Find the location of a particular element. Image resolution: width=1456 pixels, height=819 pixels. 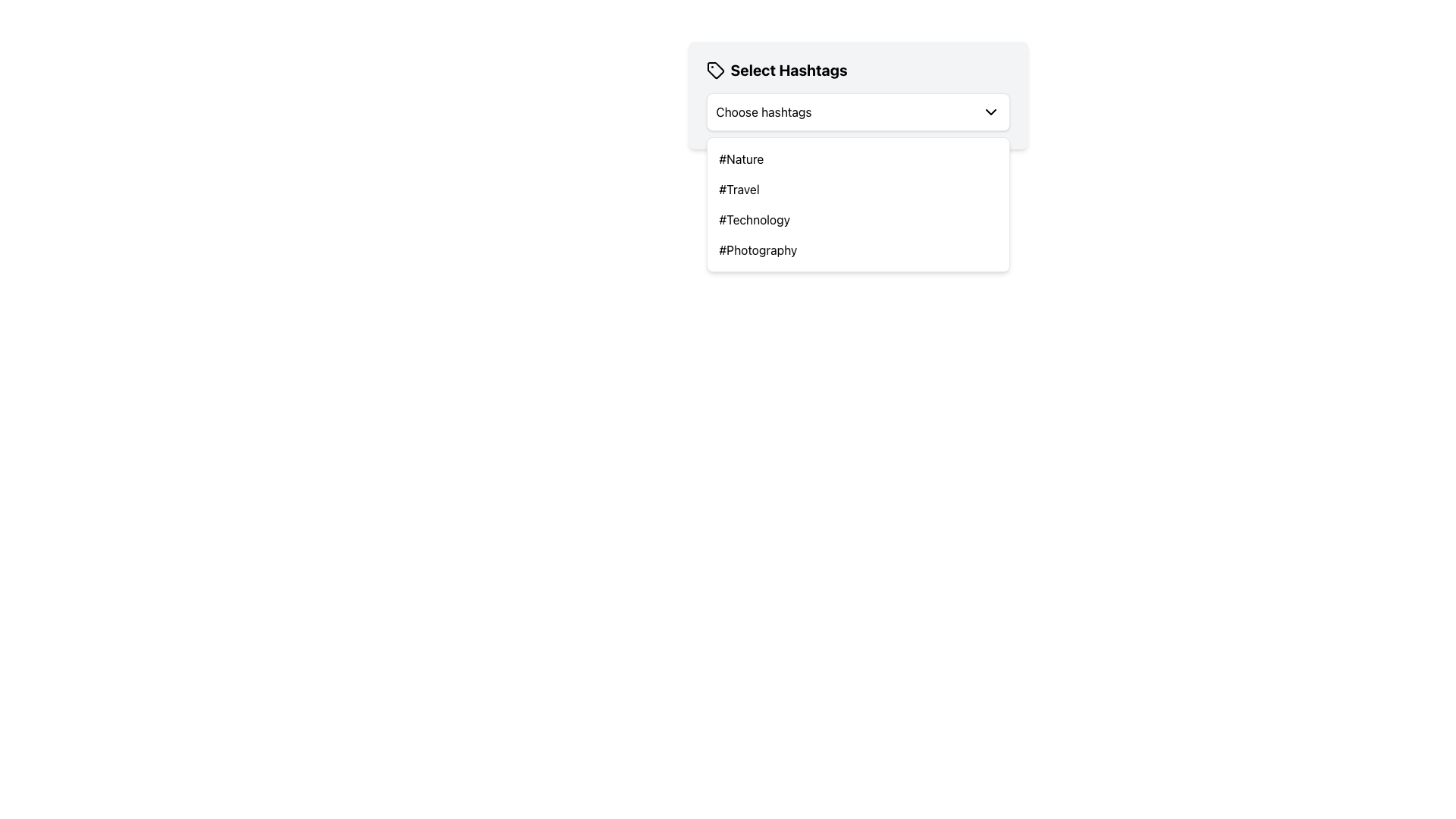

the selectable menu item representing the hashtag '#Travel' in the dropdown menu under 'Select Hashtags' is located at coordinates (739, 189).